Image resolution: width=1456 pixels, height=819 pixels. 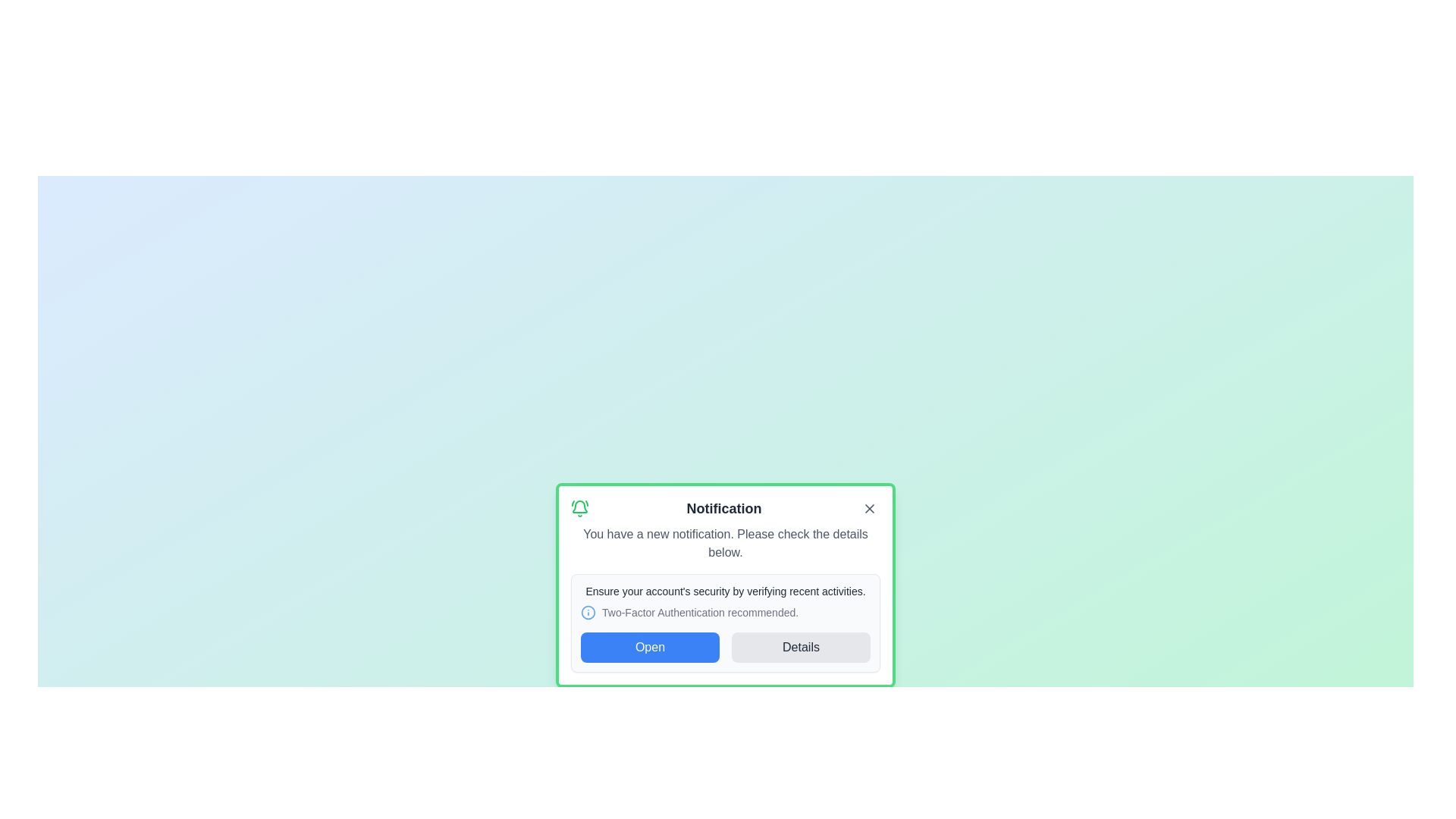 What do you see at coordinates (588, 611) in the screenshot?
I see `the information icon to reveal additional information` at bounding box center [588, 611].